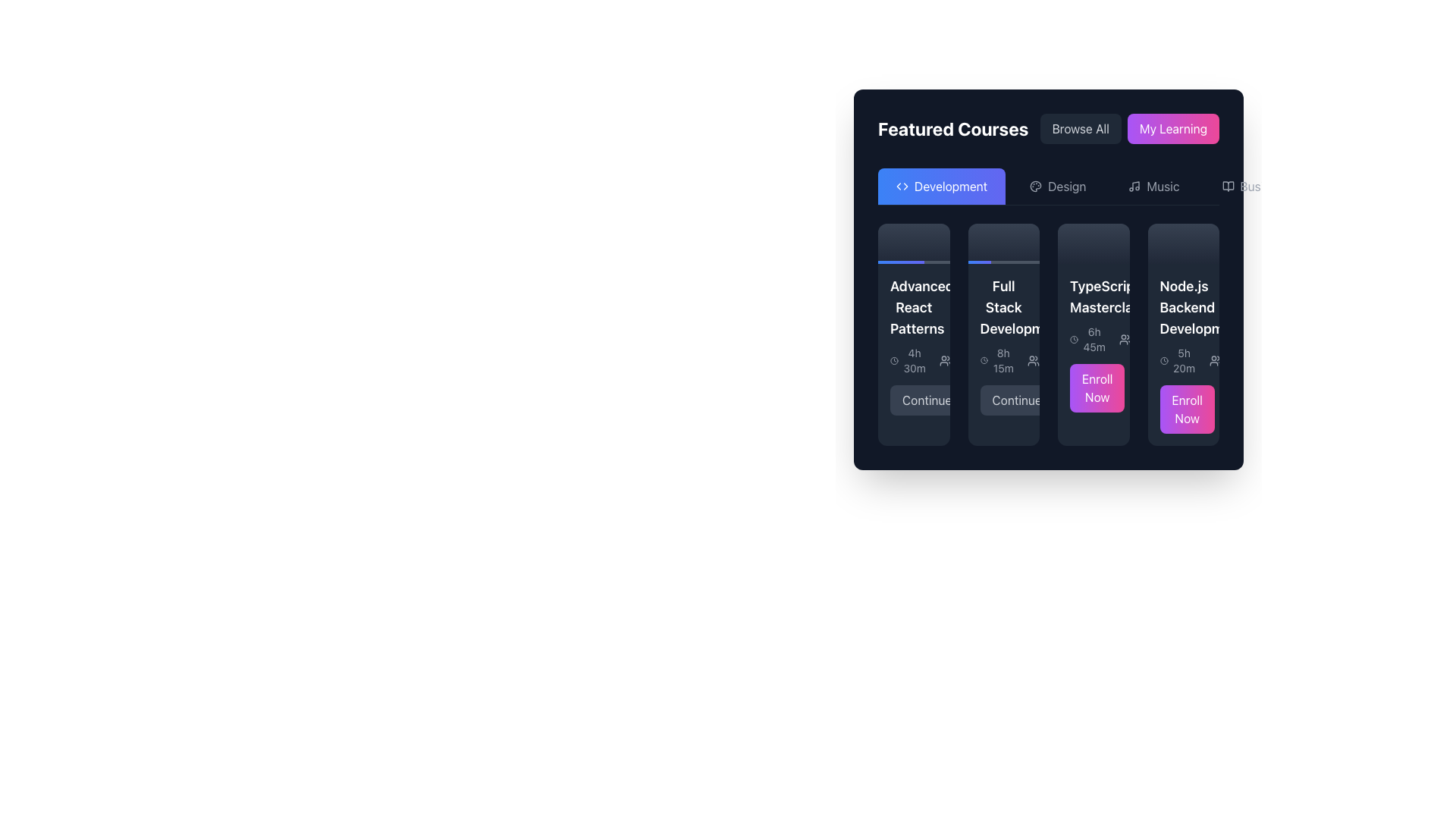 The image size is (1456, 819). I want to click on the 'Continue' button located below the 'Full Stack Development' course card in the 'Featured Courses' section, so click(1003, 400).